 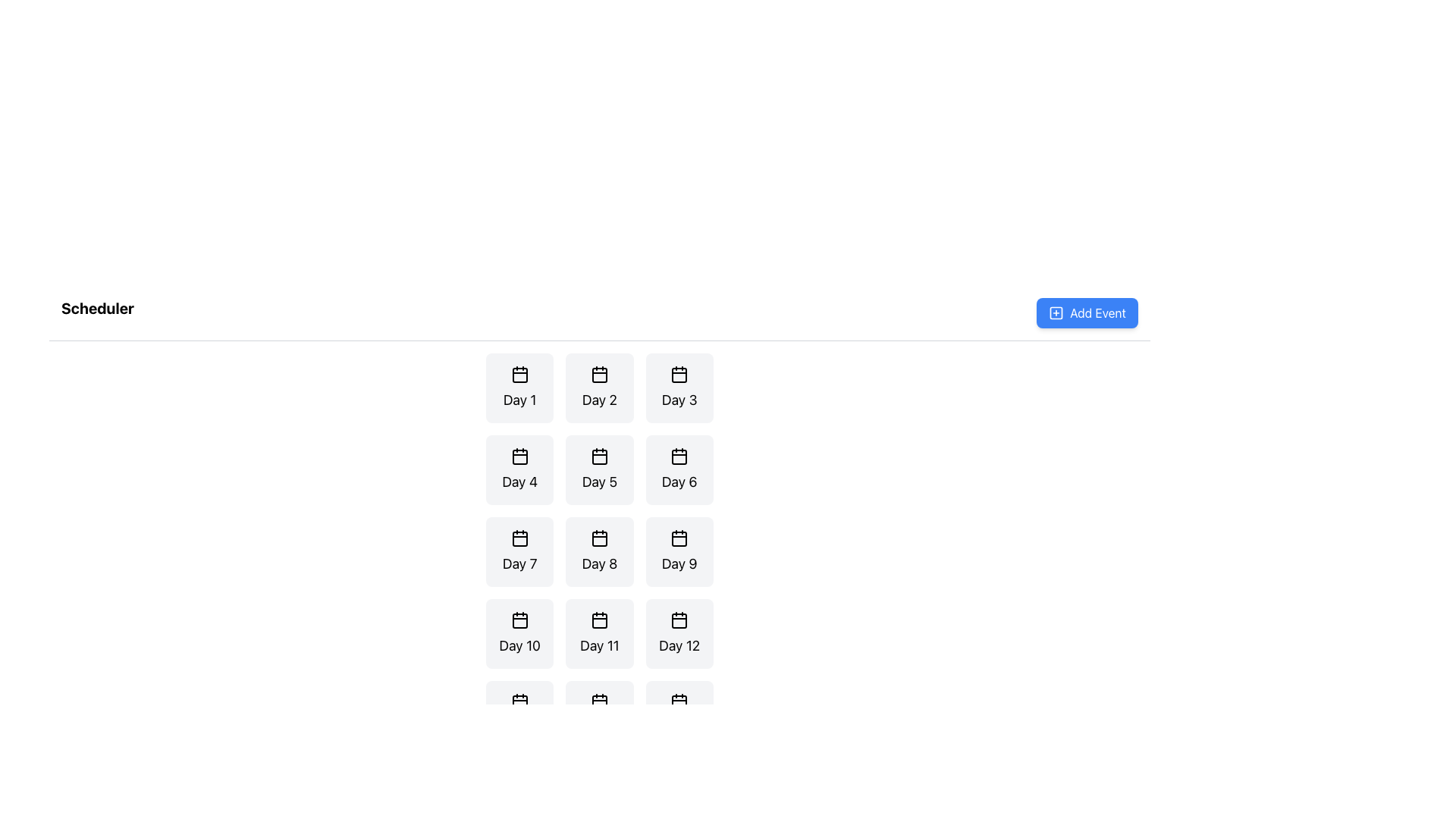 I want to click on the red-filled square with slightly rounded corners that is part of the 'Day 3' button in the icon resembling a stylized calendar, so click(x=679, y=375).